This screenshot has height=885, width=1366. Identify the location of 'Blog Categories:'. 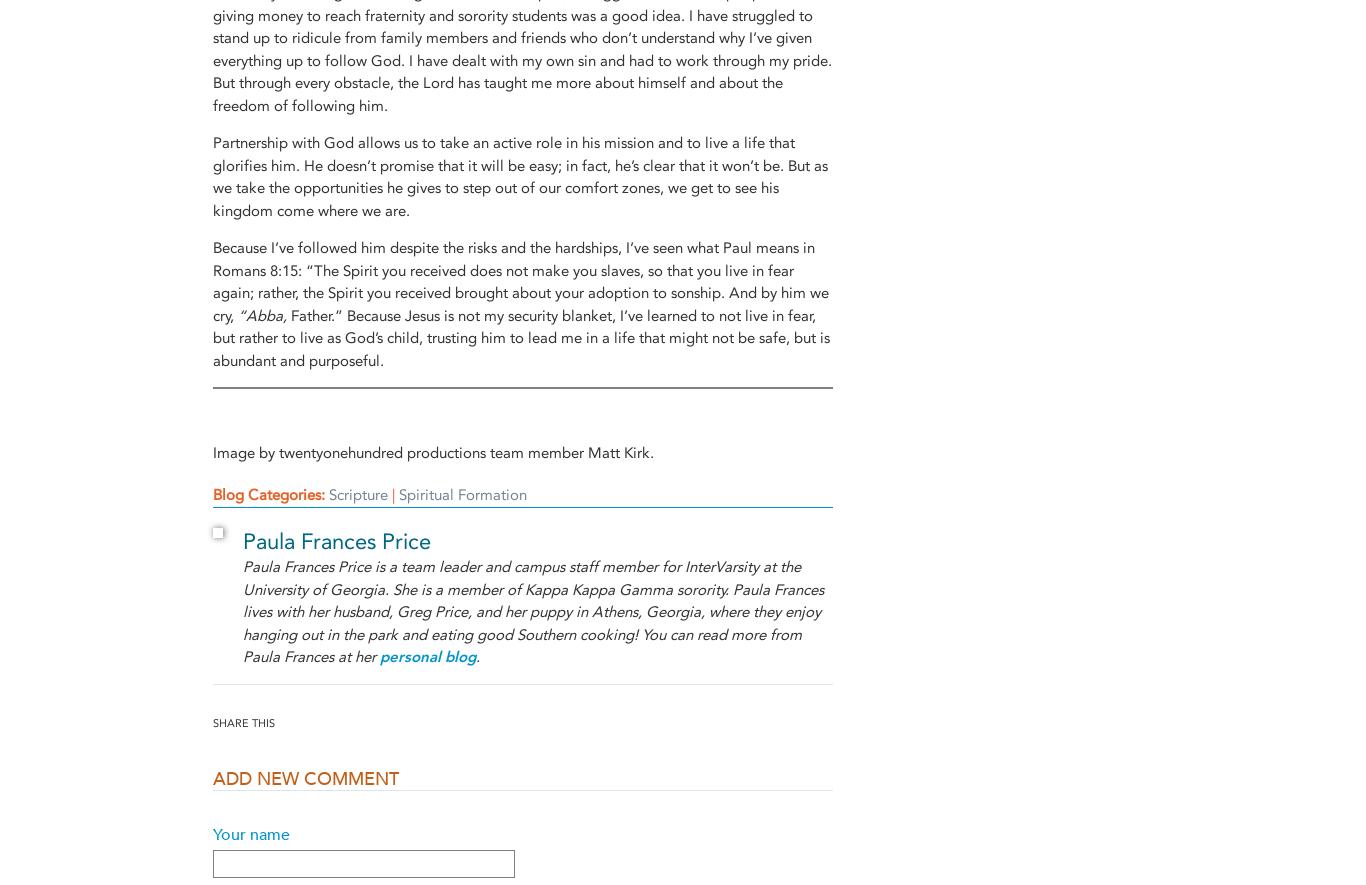
(271, 494).